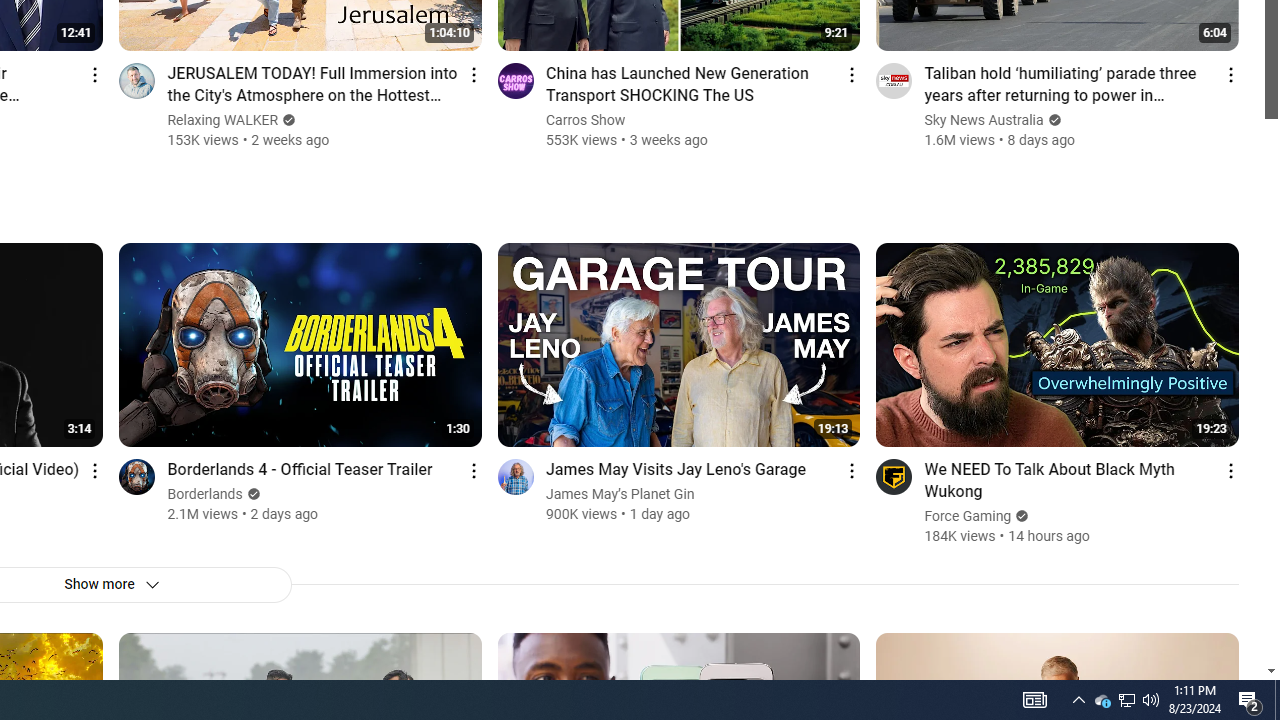 The width and height of the screenshot is (1280, 720). I want to click on 'Action menu', so click(1229, 470).